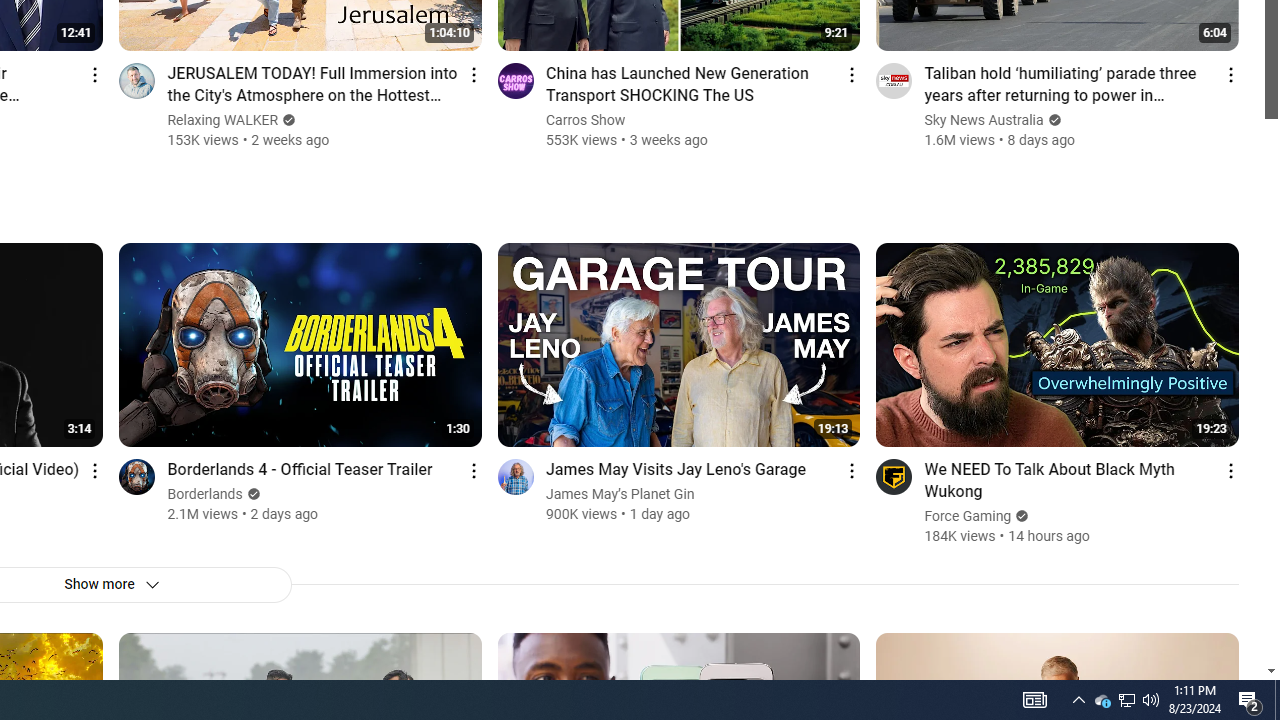 The width and height of the screenshot is (1280, 720). I want to click on 'Action menu', so click(1229, 470).